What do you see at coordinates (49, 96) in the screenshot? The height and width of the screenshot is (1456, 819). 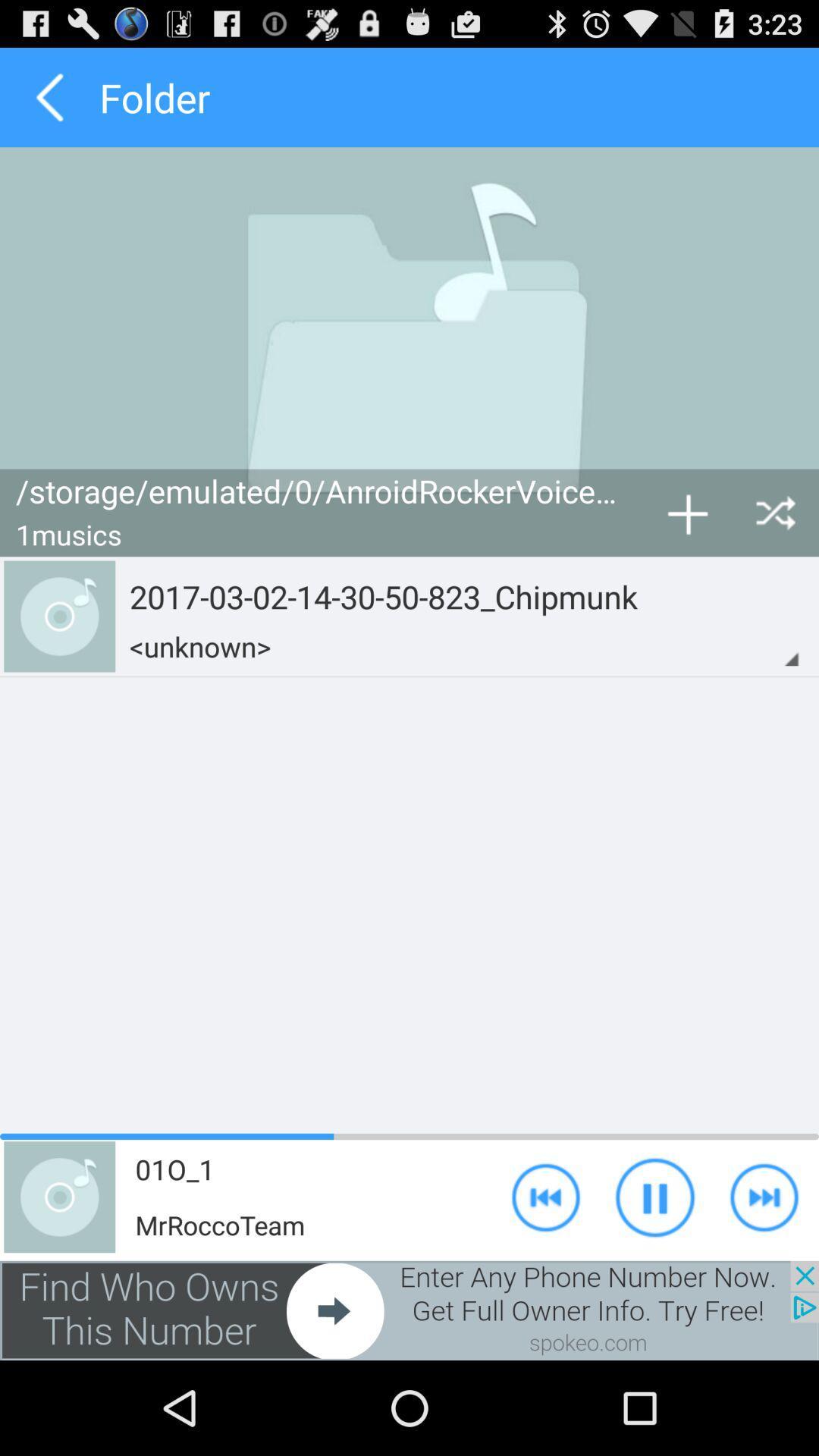 I see `previous` at bounding box center [49, 96].